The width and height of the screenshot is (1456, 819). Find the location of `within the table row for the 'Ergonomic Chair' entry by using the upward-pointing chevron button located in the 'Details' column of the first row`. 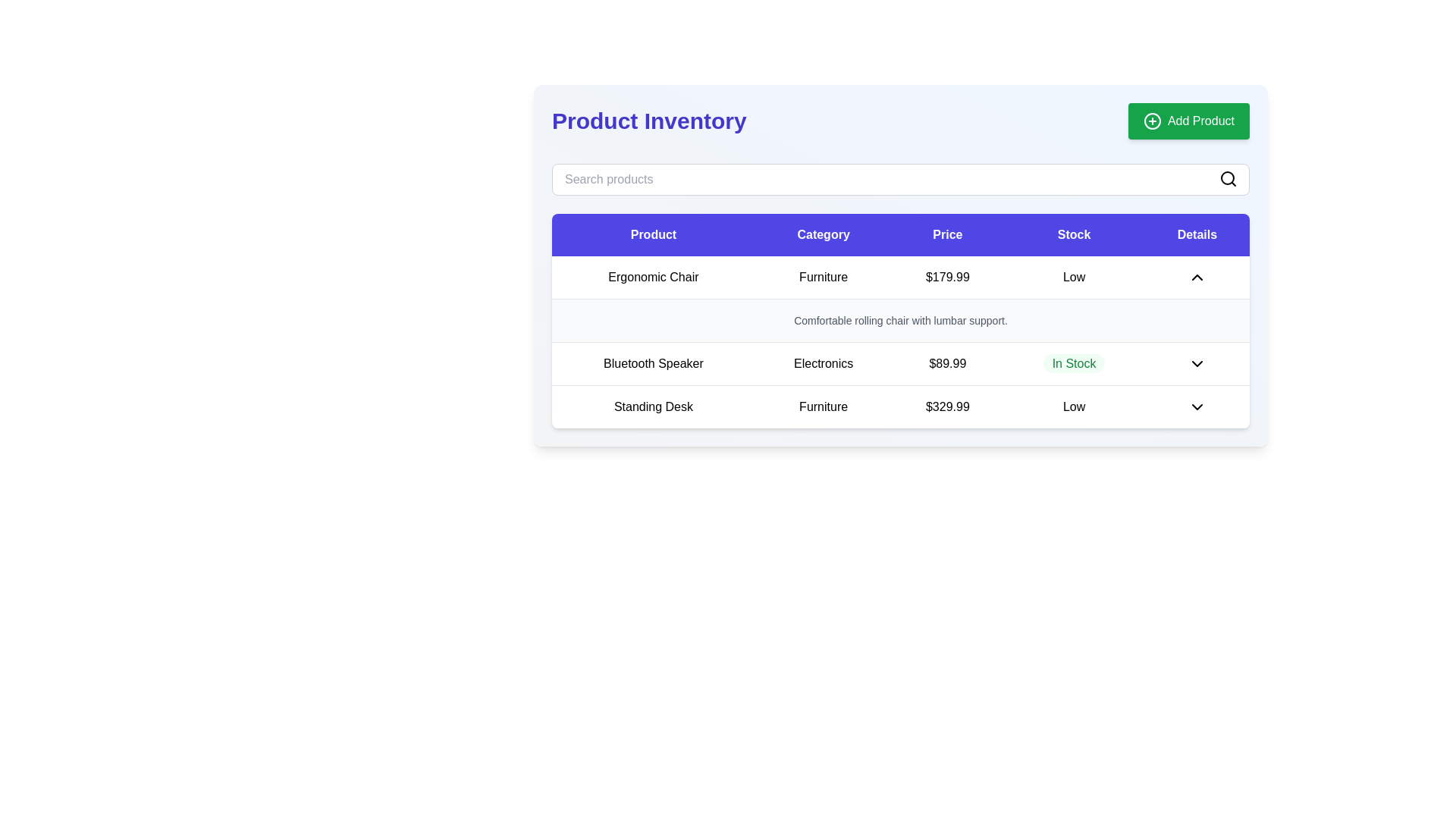

within the table row for the 'Ergonomic Chair' entry by using the upward-pointing chevron button located in the 'Details' column of the first row is located at coordinates (1196, 278).